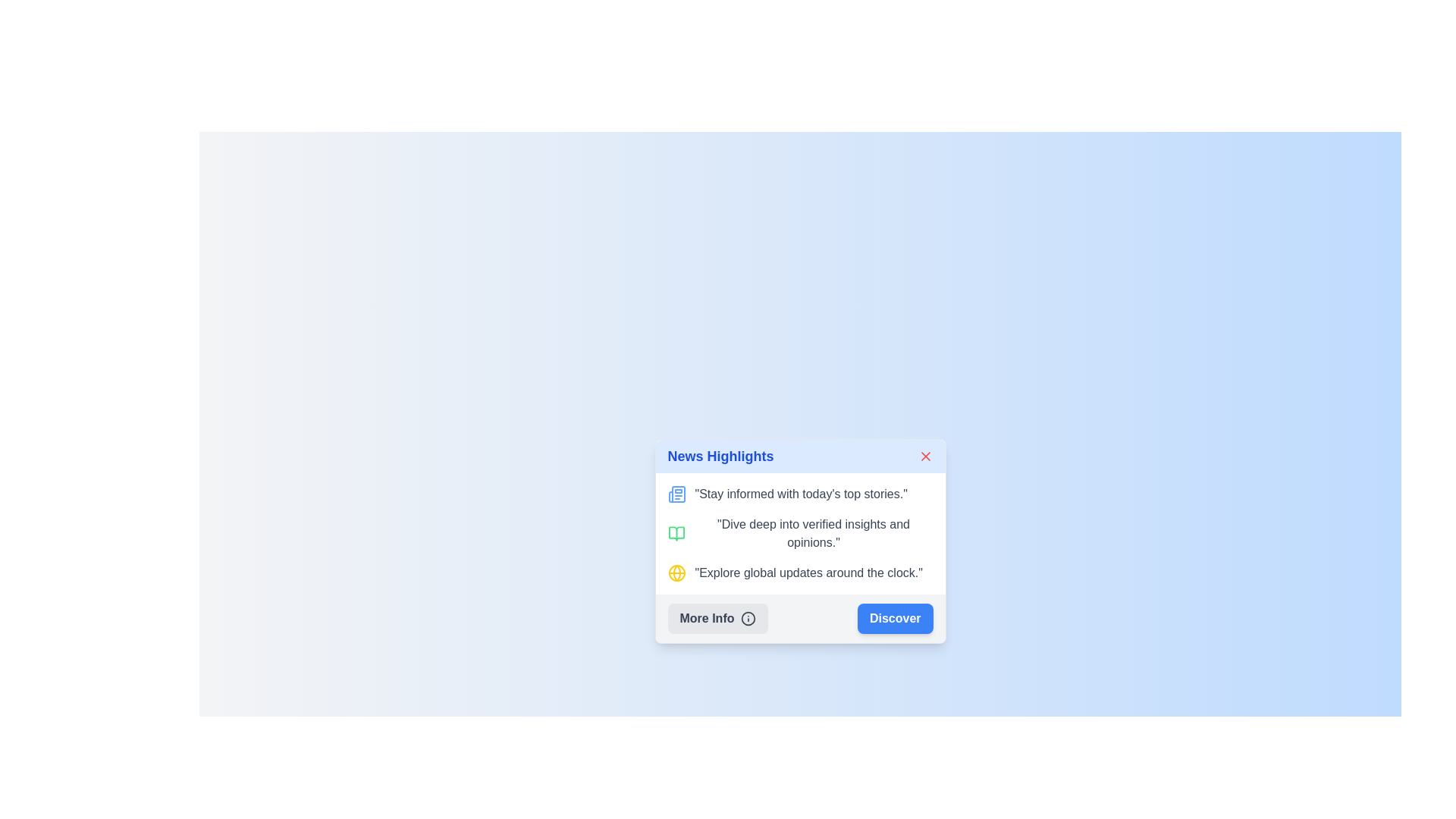 The image size is (1456, 819). What do you see at coordinates (800, 494) in the screenshot?
I see `the static text element that contains the message 'Stay informed with today's top stories', which is styled with a gray font and positioned to the right of a newspaper icon in a card layout` at bounding box center [800, 494].